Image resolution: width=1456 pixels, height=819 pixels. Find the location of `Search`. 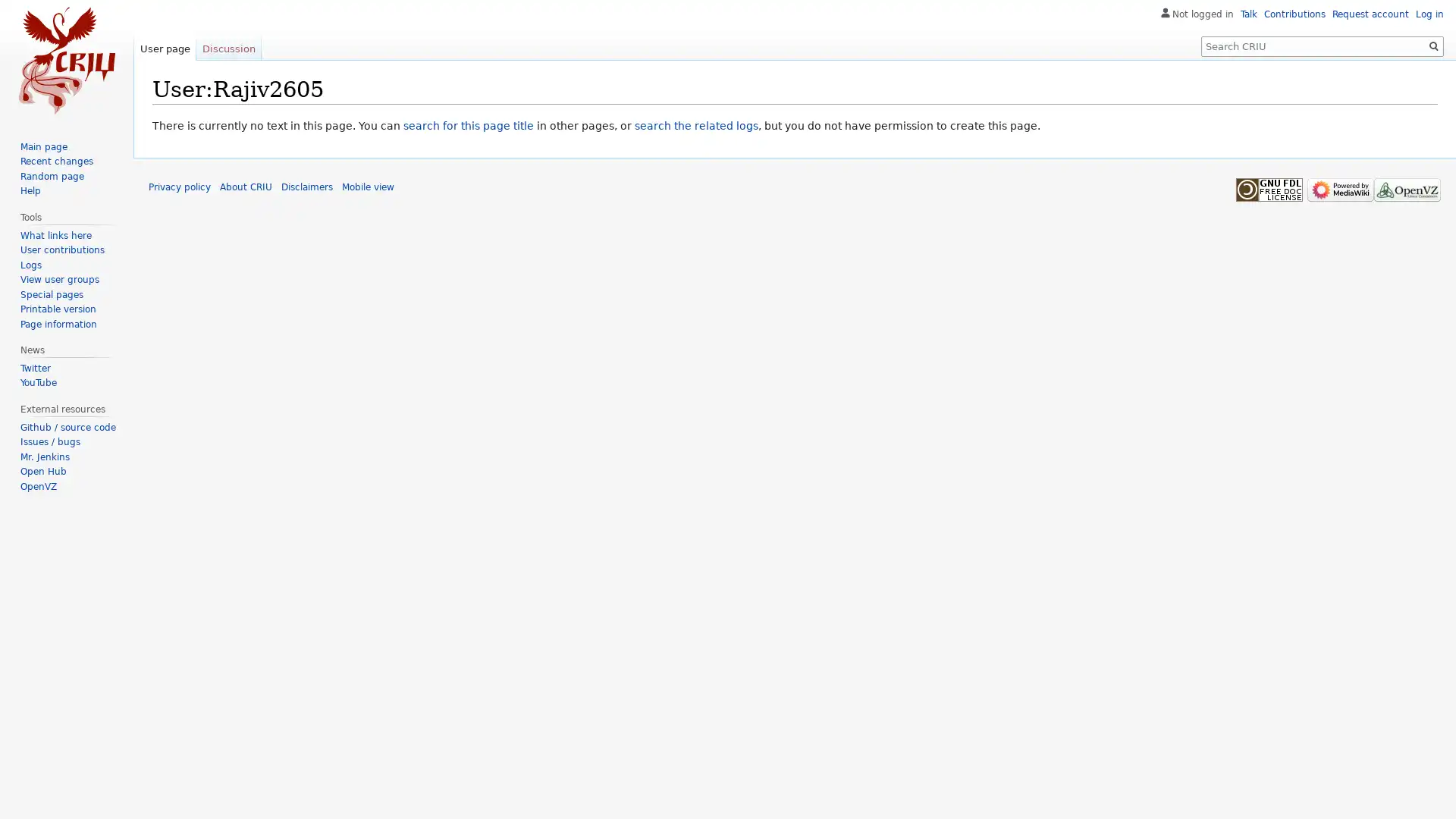

Search is located at coordinates (1433, 45).